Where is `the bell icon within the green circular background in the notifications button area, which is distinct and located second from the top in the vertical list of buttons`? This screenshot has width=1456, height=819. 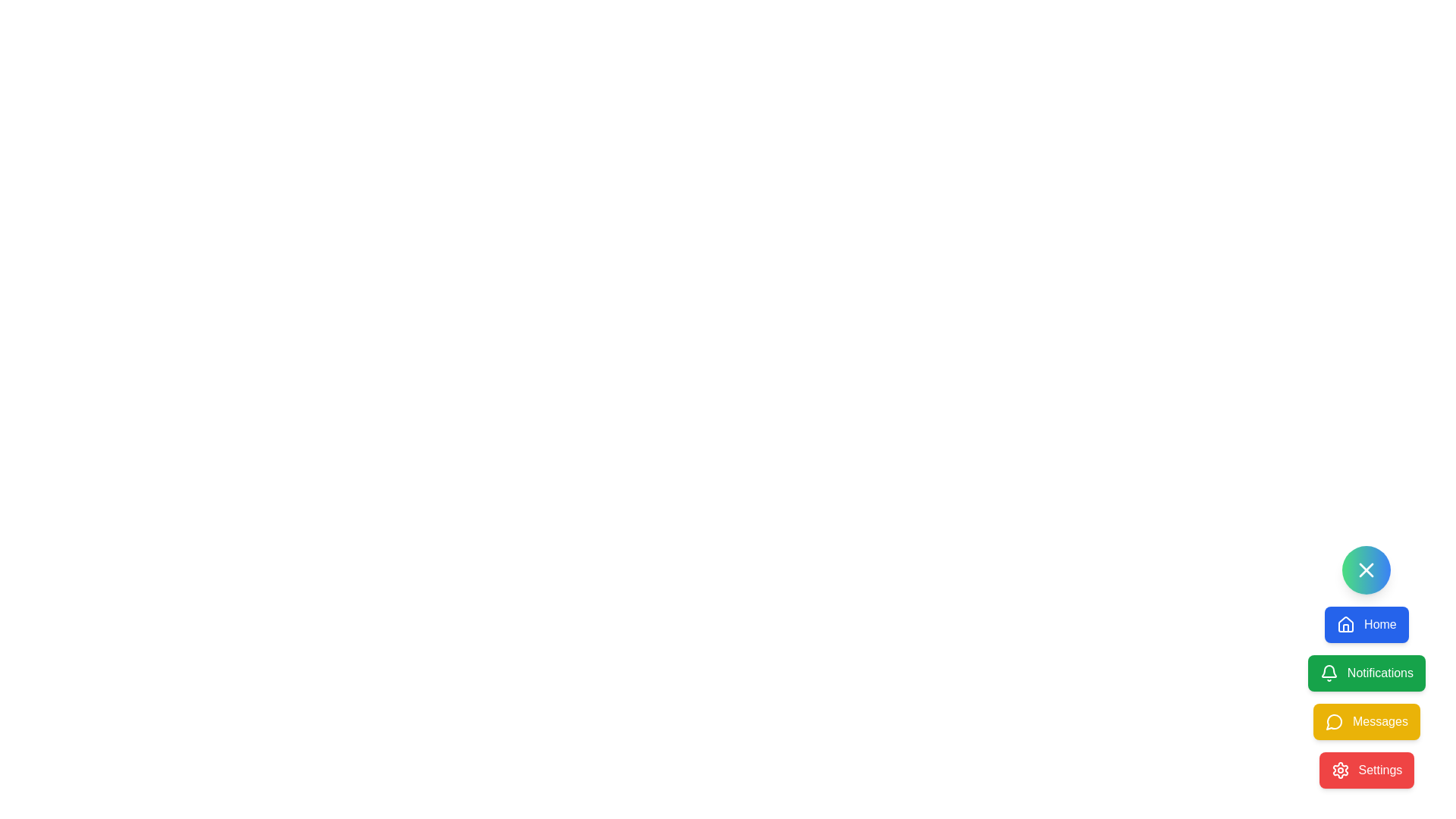 the bell icon within the green circular background in the notifications button area, which is distinct and located second from the top in the vertical list of buttons is located at coordinates (1328, 670).